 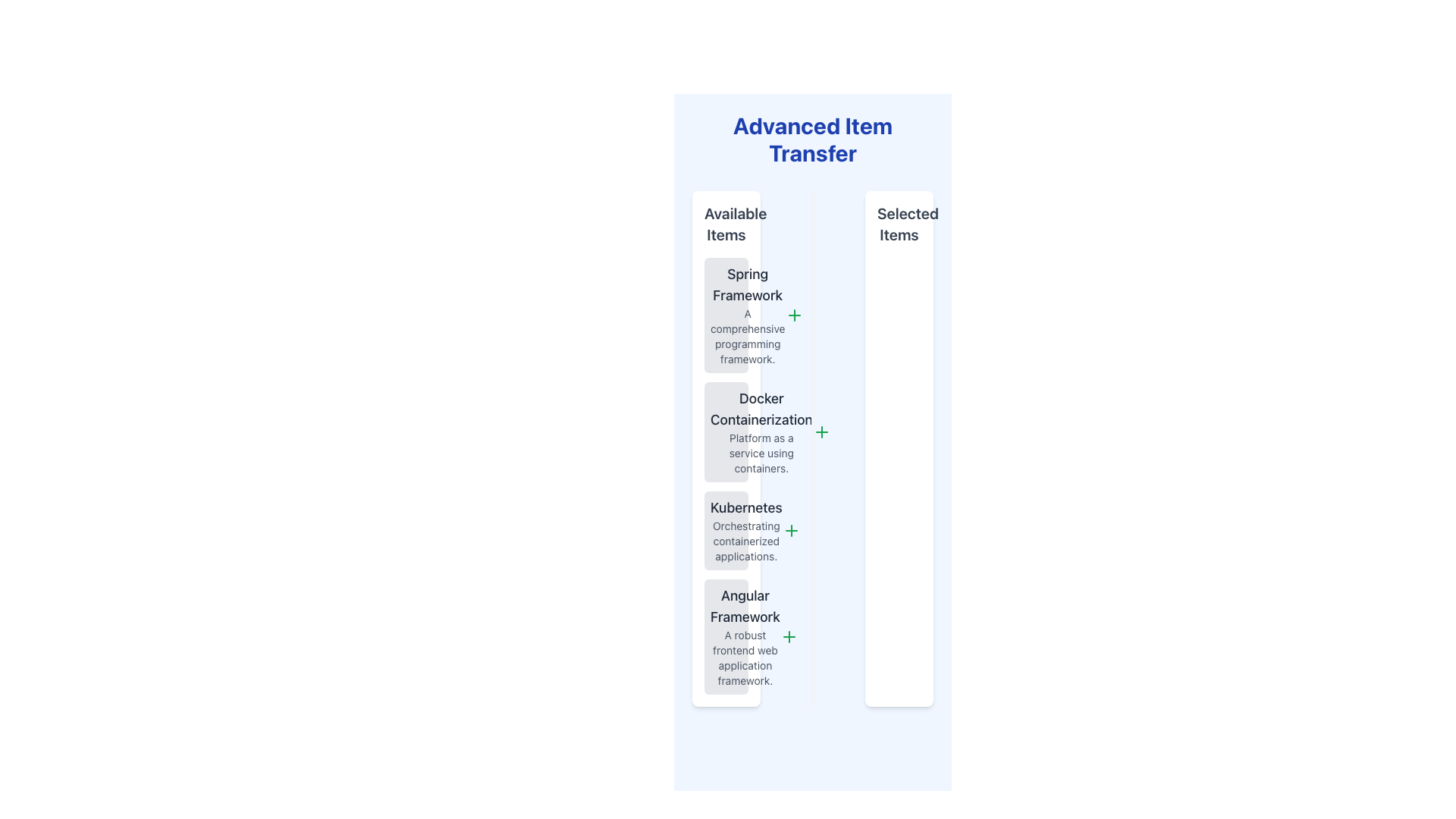 What do you see at coordinates (761, 432) in the screenshot?
I see `the 'Docker Containerization' text display component in the 'Available Items' column of the 'Advanced Item Transfer' interface` at bounding box center [761, 432].